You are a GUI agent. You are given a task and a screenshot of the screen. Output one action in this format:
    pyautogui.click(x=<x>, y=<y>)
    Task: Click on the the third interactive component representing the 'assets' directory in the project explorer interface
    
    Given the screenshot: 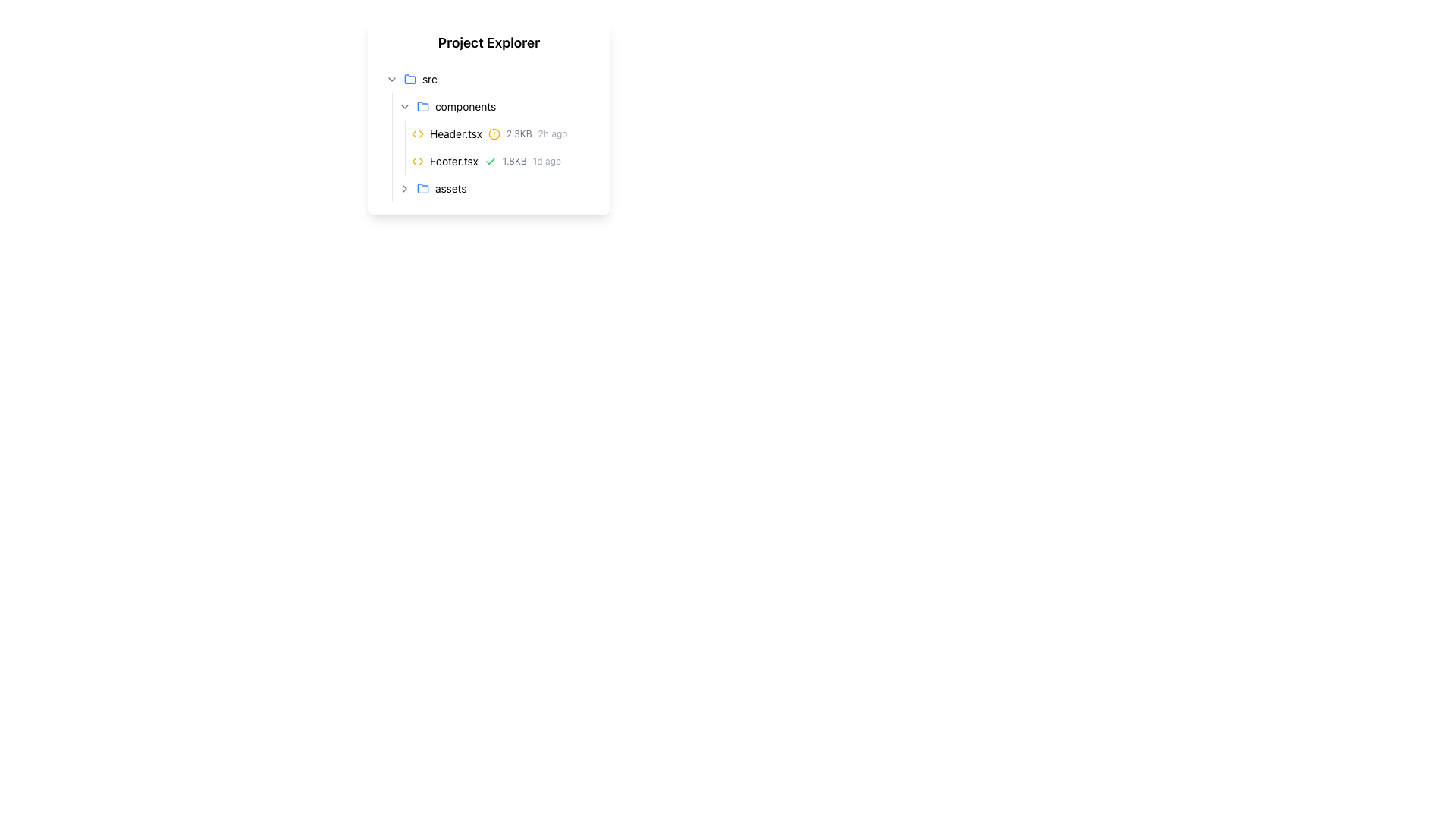 What is the action you would take?
    pyautogui.click(x=422, y=188)
    